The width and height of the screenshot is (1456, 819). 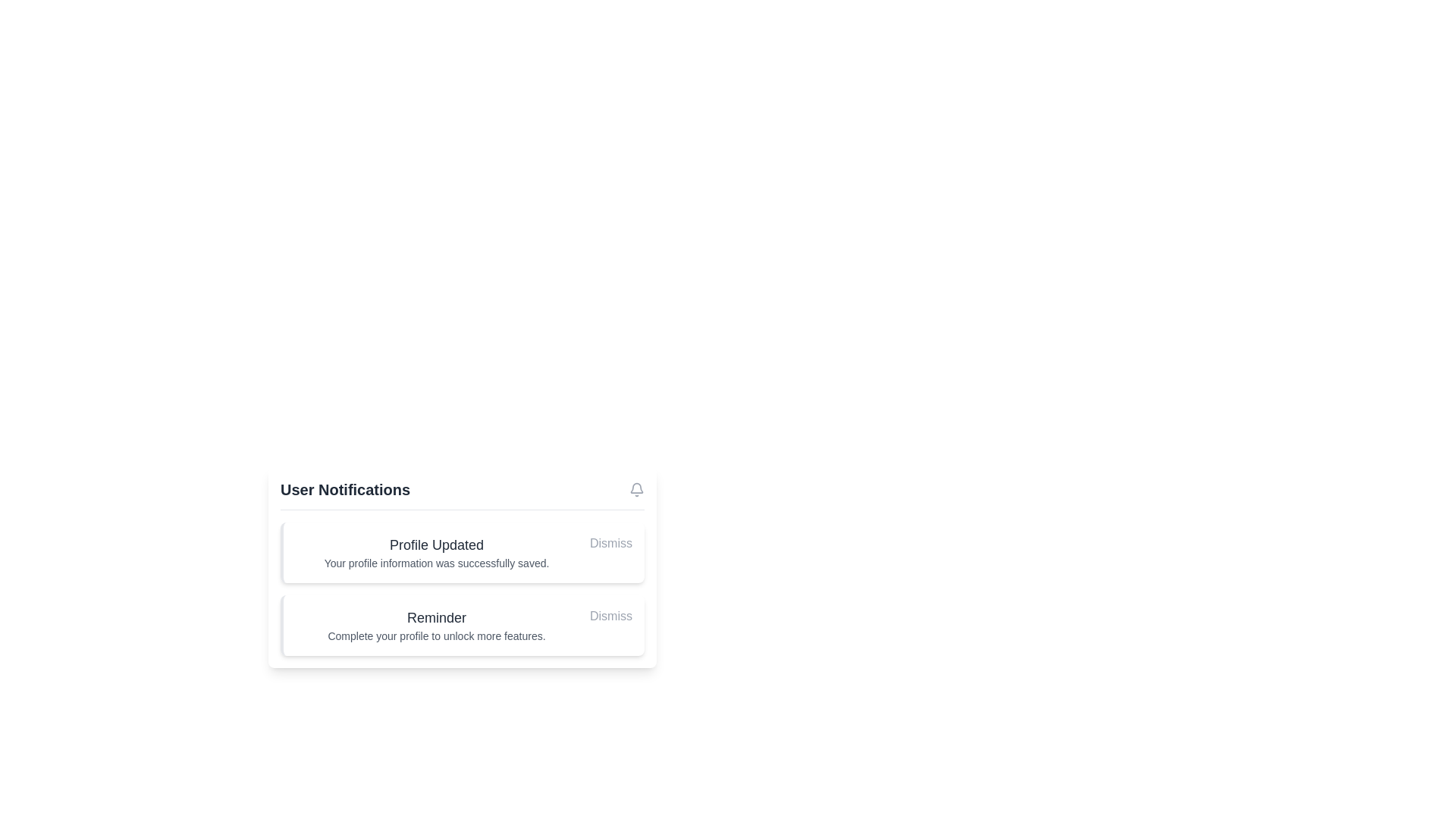 I want to click on the bell icon to interact with it, so click(x=637, y=489).